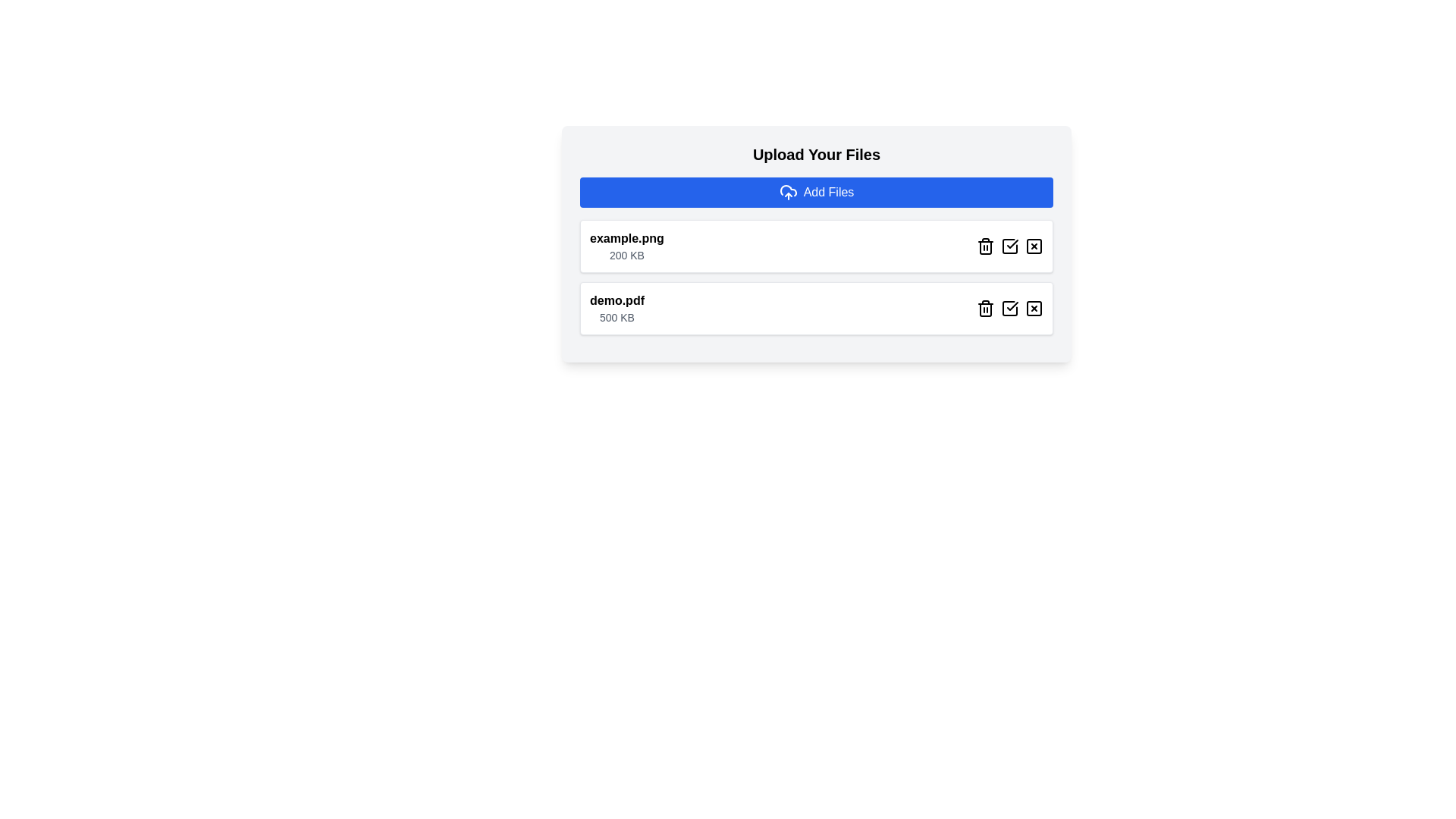 The image size is (1456, 819). What do you see at coordinates (1009, 245) in the screenshot?
I see `the square-shaped checkbox with a checkmark inside, which is the second element from the left in its group` at bounding box center [1009, 245].